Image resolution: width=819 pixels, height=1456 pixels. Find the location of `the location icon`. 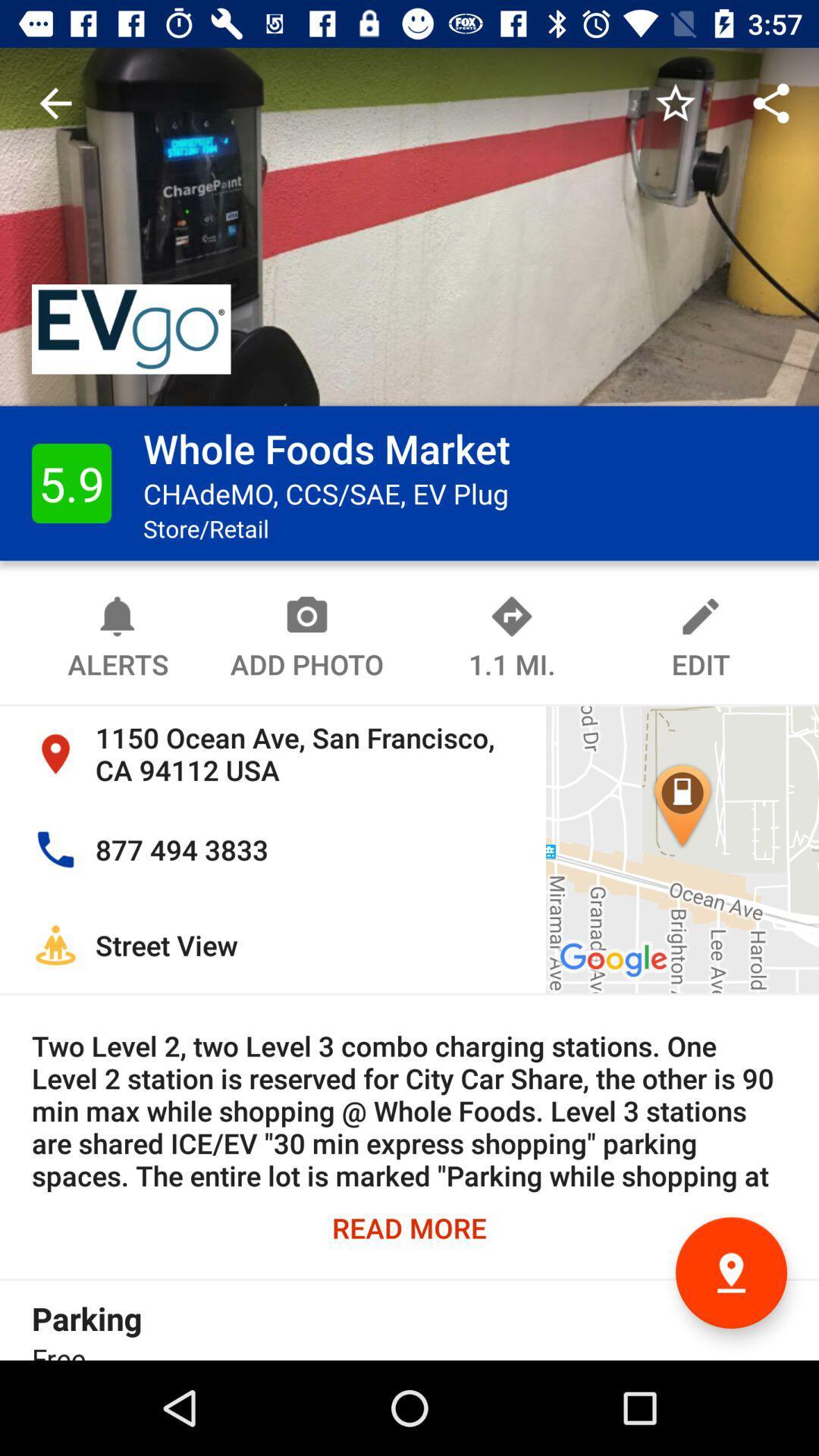

the location icon is located at coordinates (730, 1272).